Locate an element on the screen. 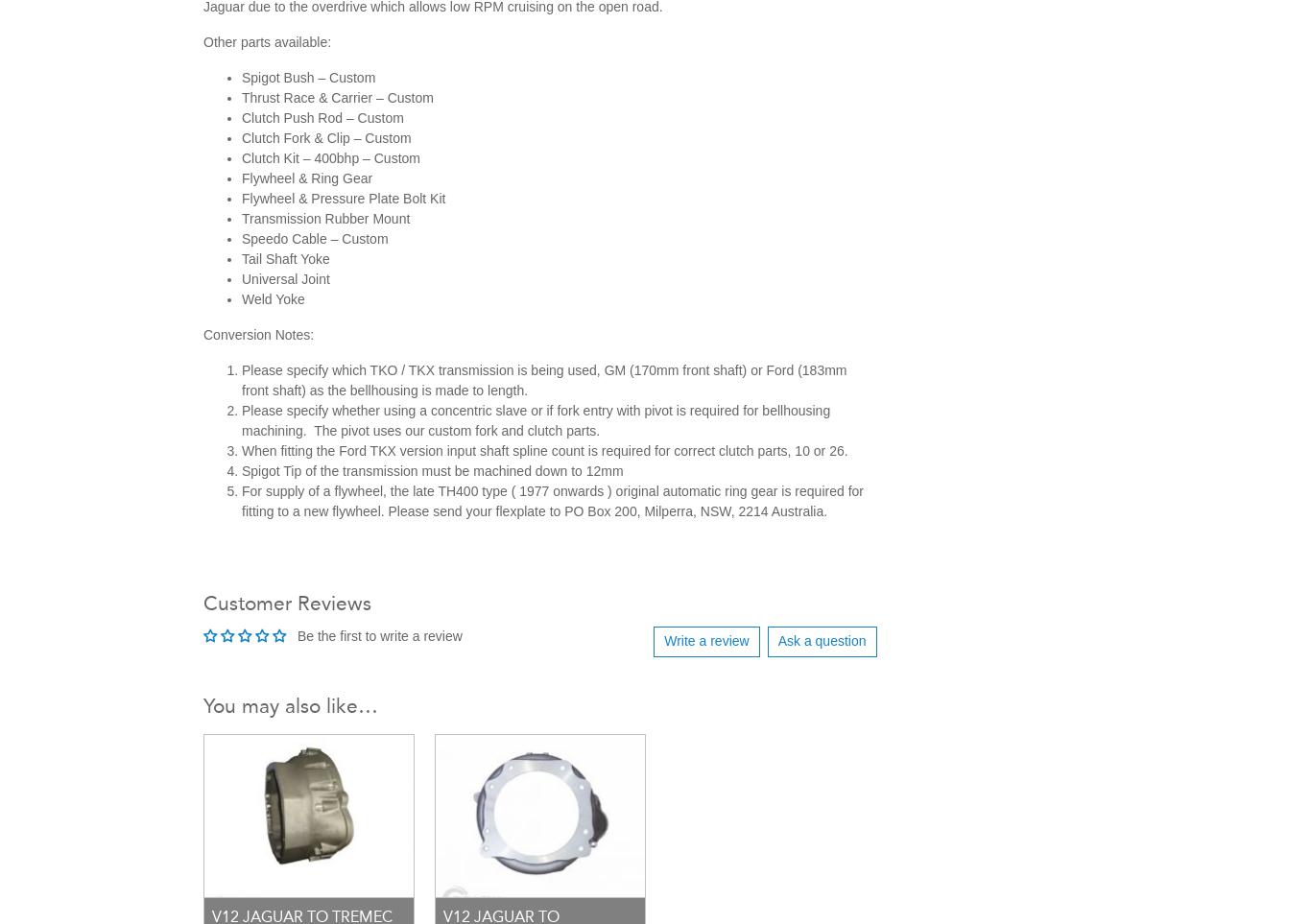  'Weld Yoke' is located at coordinates (273, 297).